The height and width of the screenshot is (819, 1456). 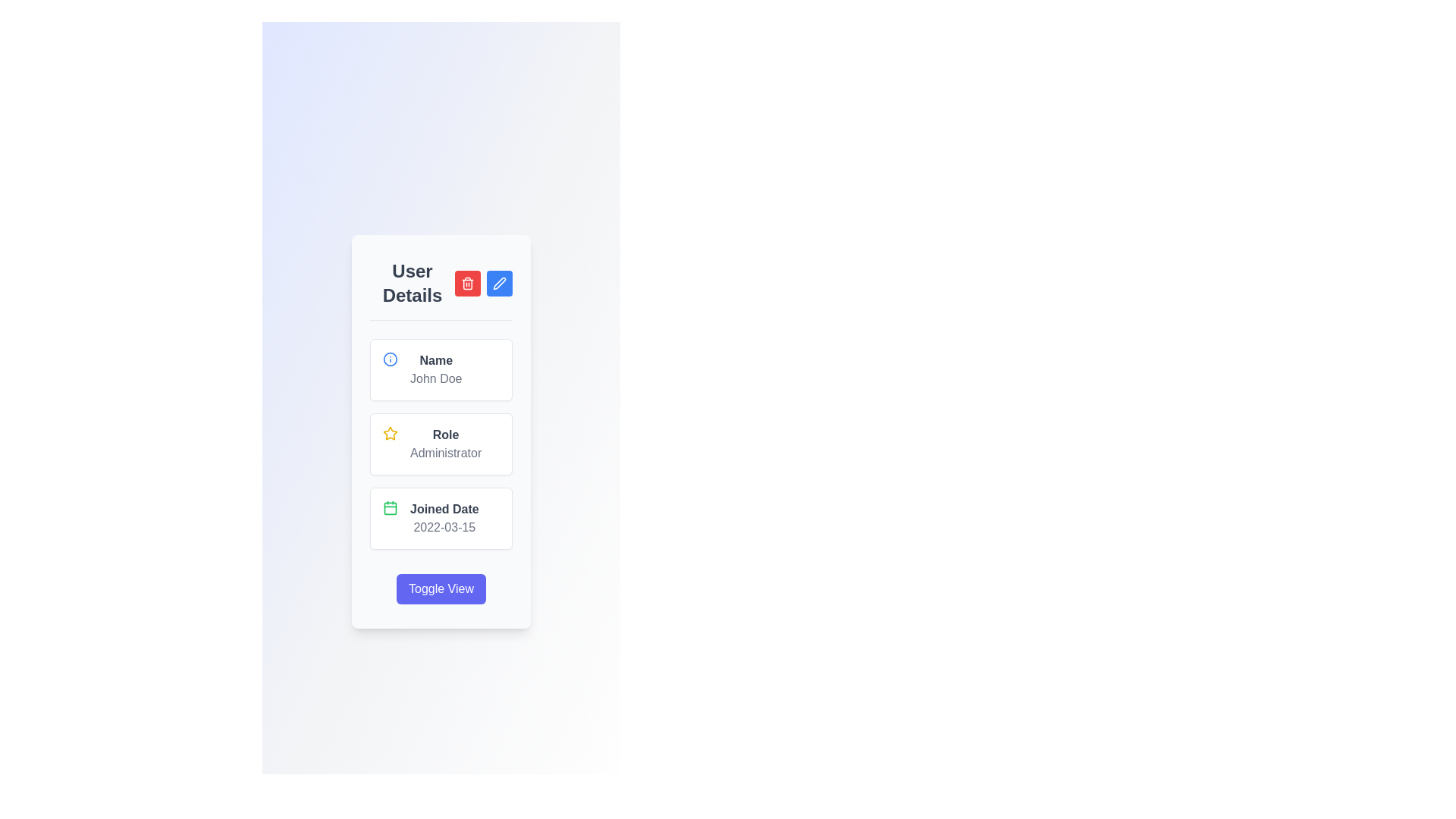 What do you see at coordinates (444, 509) in the screenshot?
I see `text of the label indicating the user's joining date, which is located below the 'Role' section and above the date '2022-03-15'` at bounding box center [444, 509].